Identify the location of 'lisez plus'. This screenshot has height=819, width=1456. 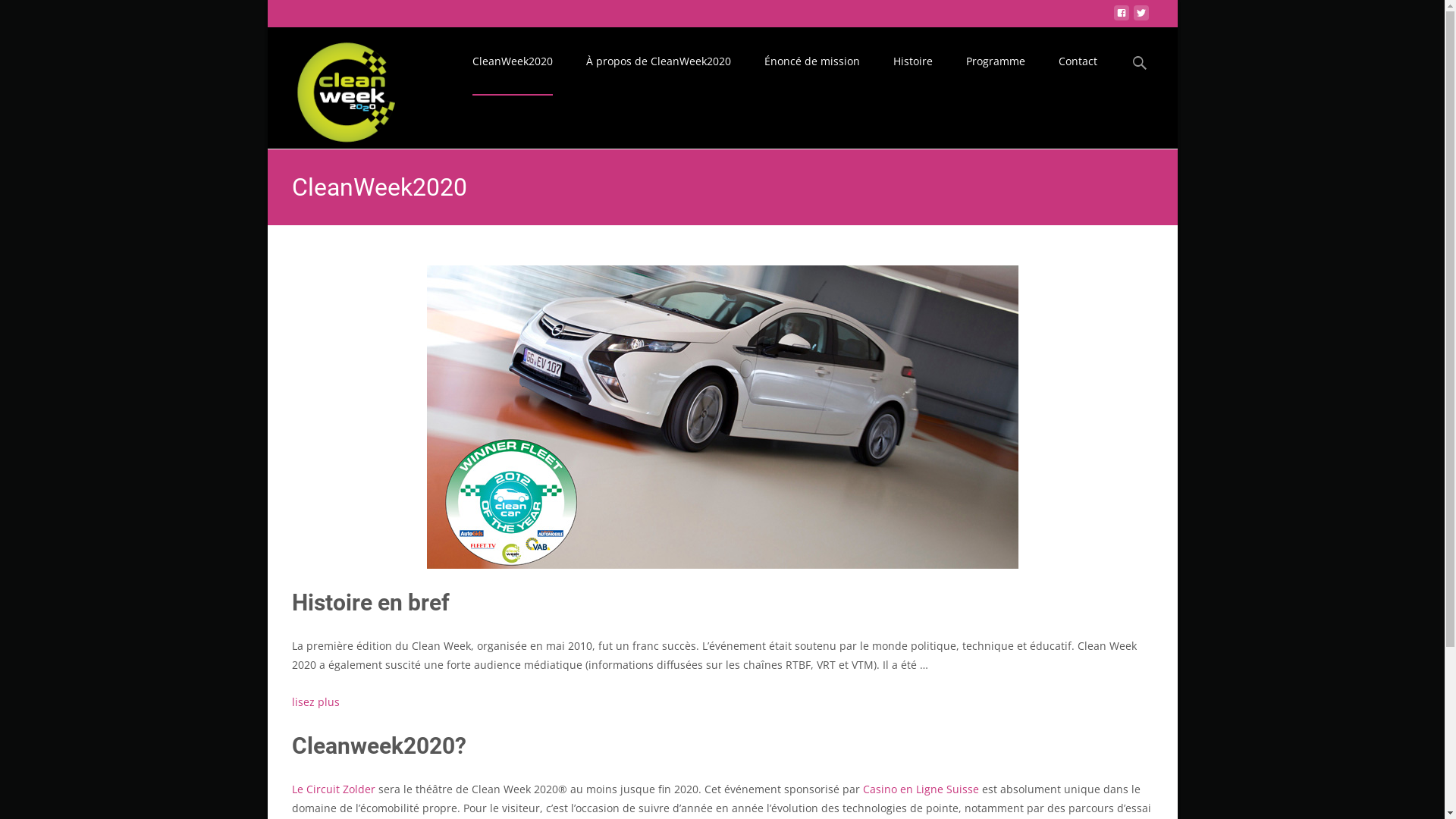
(314, 701).